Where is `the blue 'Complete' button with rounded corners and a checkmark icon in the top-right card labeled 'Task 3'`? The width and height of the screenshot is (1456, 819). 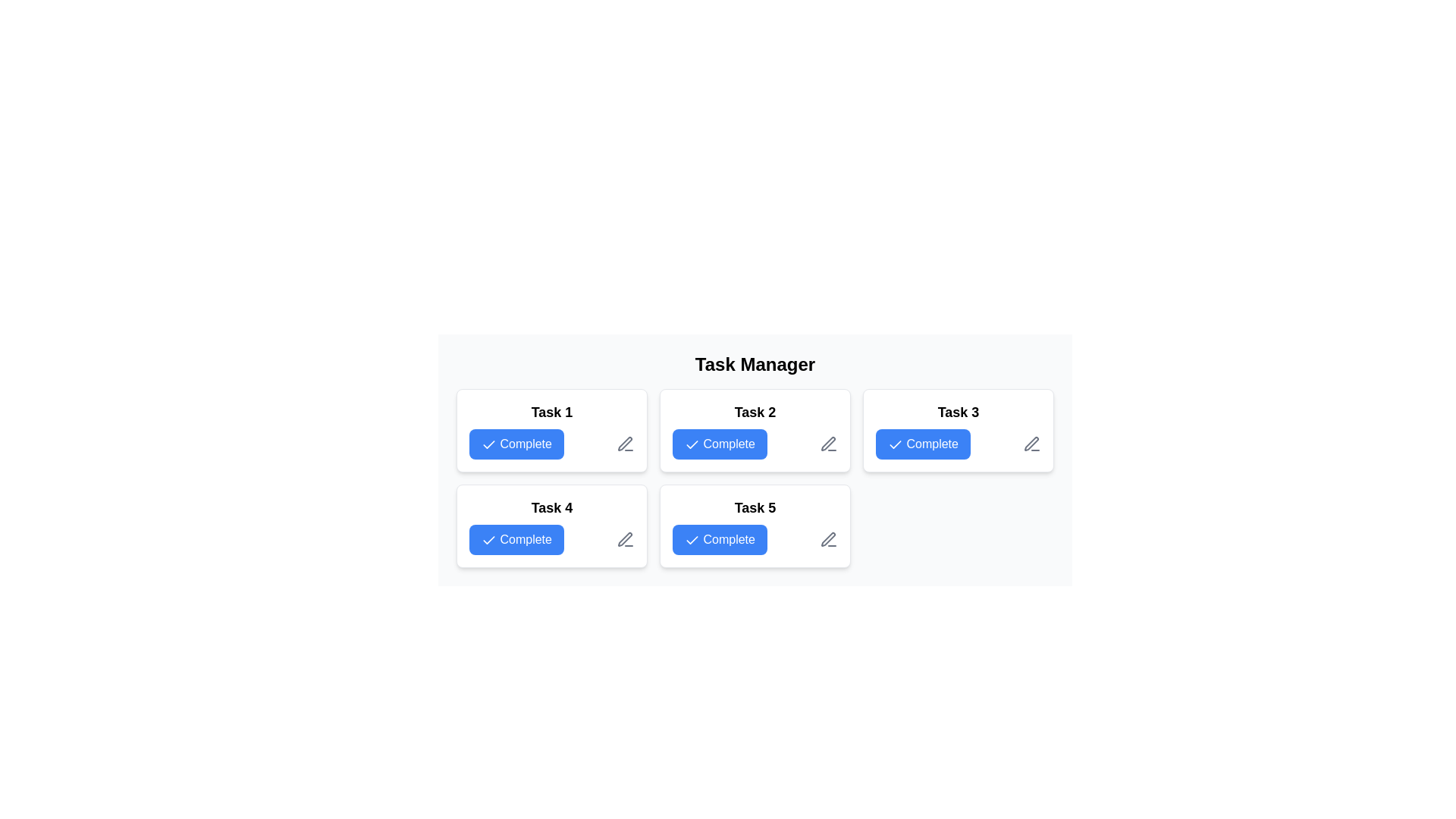 the blue 'Complete' button with rounded corners and a checkmark icon in the top-right card labeled 'Task 3' is located at coordinates (922, 444).